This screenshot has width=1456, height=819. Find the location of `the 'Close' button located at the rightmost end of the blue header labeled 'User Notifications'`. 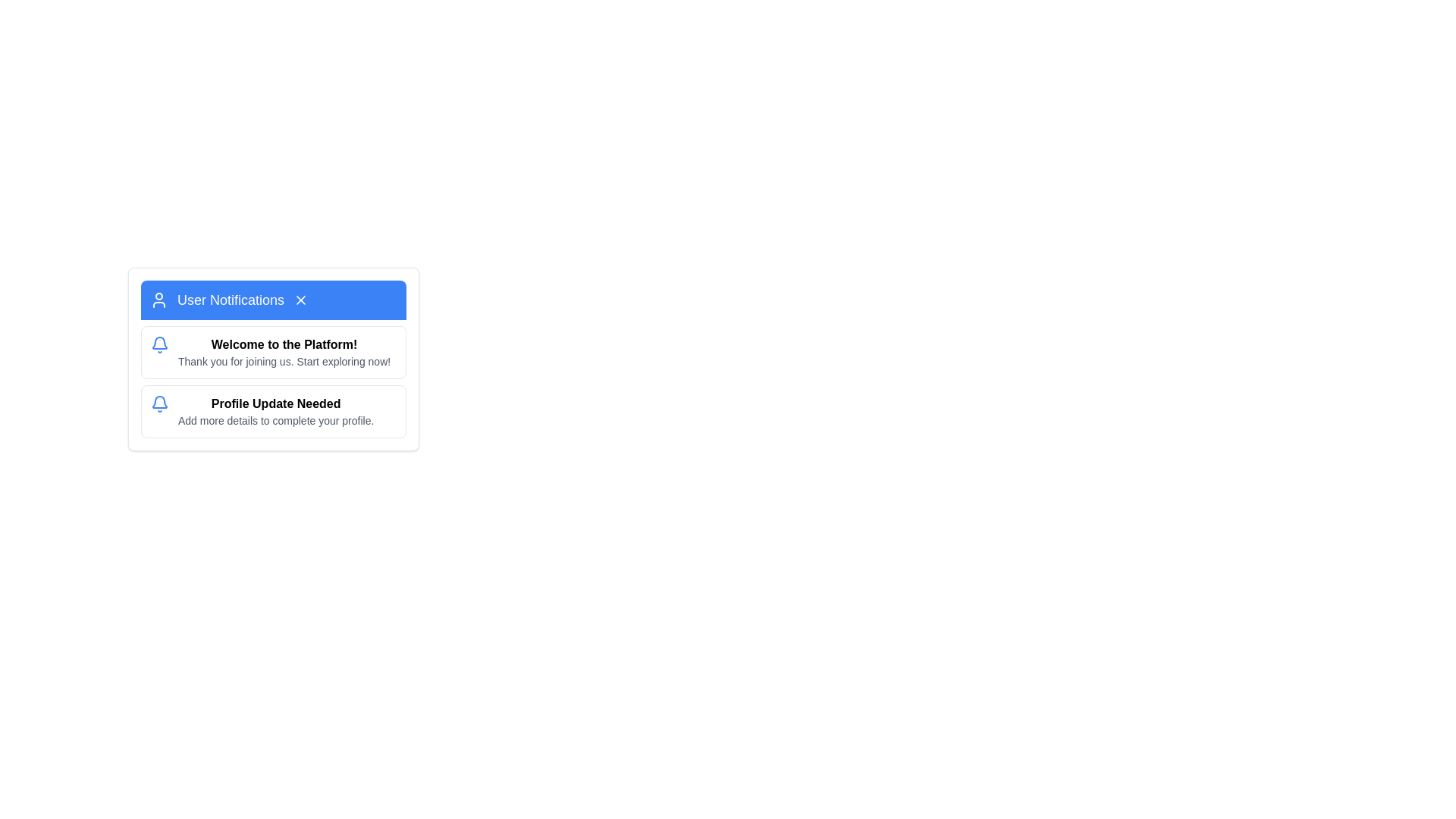

the 'Close' button located at the rightmost end of the blue header labeled 'User Notifications' is located at coordinates (301, 300).